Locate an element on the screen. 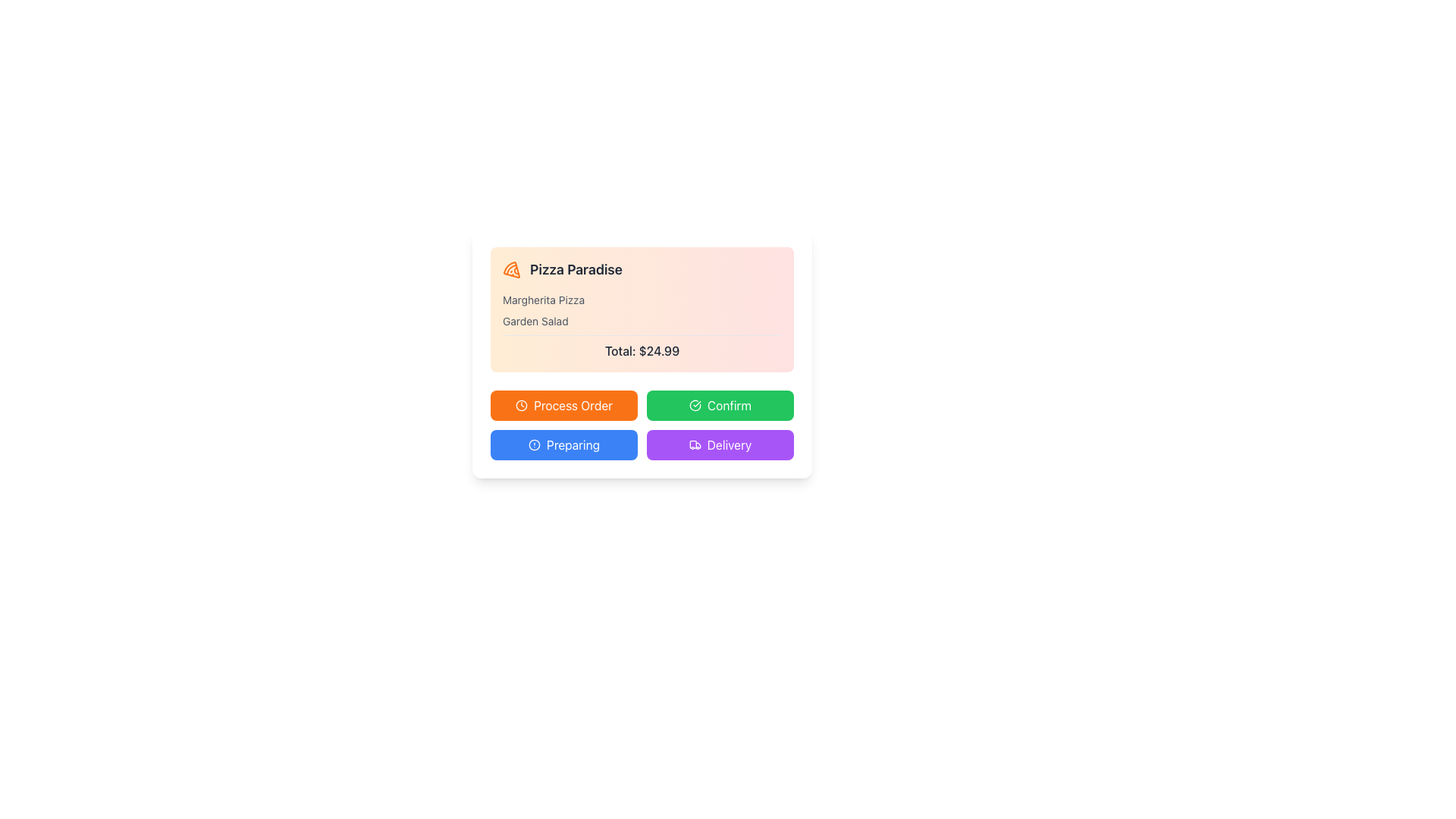 The width and height of the screenshot is (1456, 819). the text label indicating the menu item's name, located below 'Pizza Paradise' and above 'Garden Salad', within the upper-middle portion of the interface is located at coordinates (544, 300).